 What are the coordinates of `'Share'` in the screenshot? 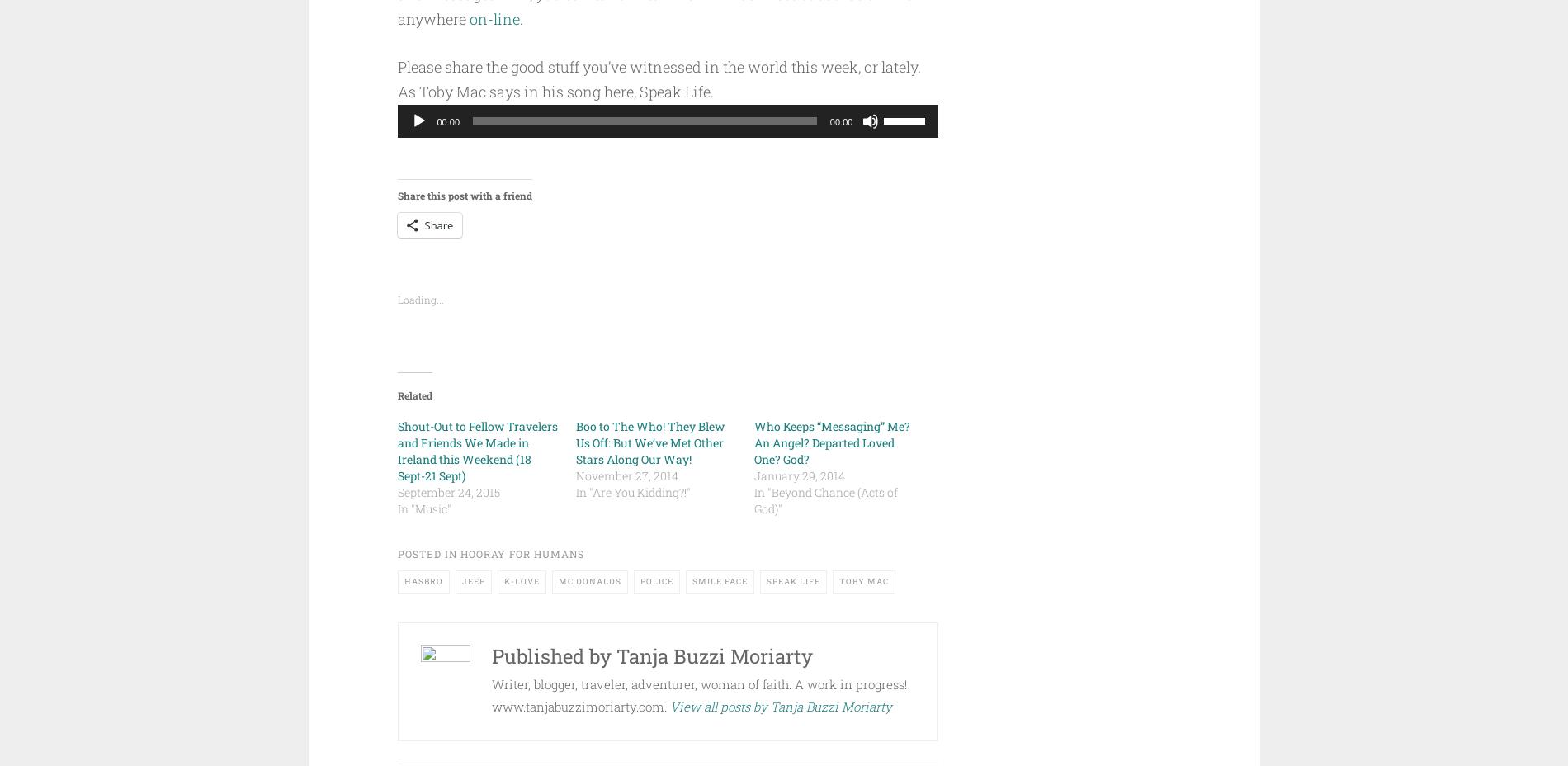 It's located at (438, 225).